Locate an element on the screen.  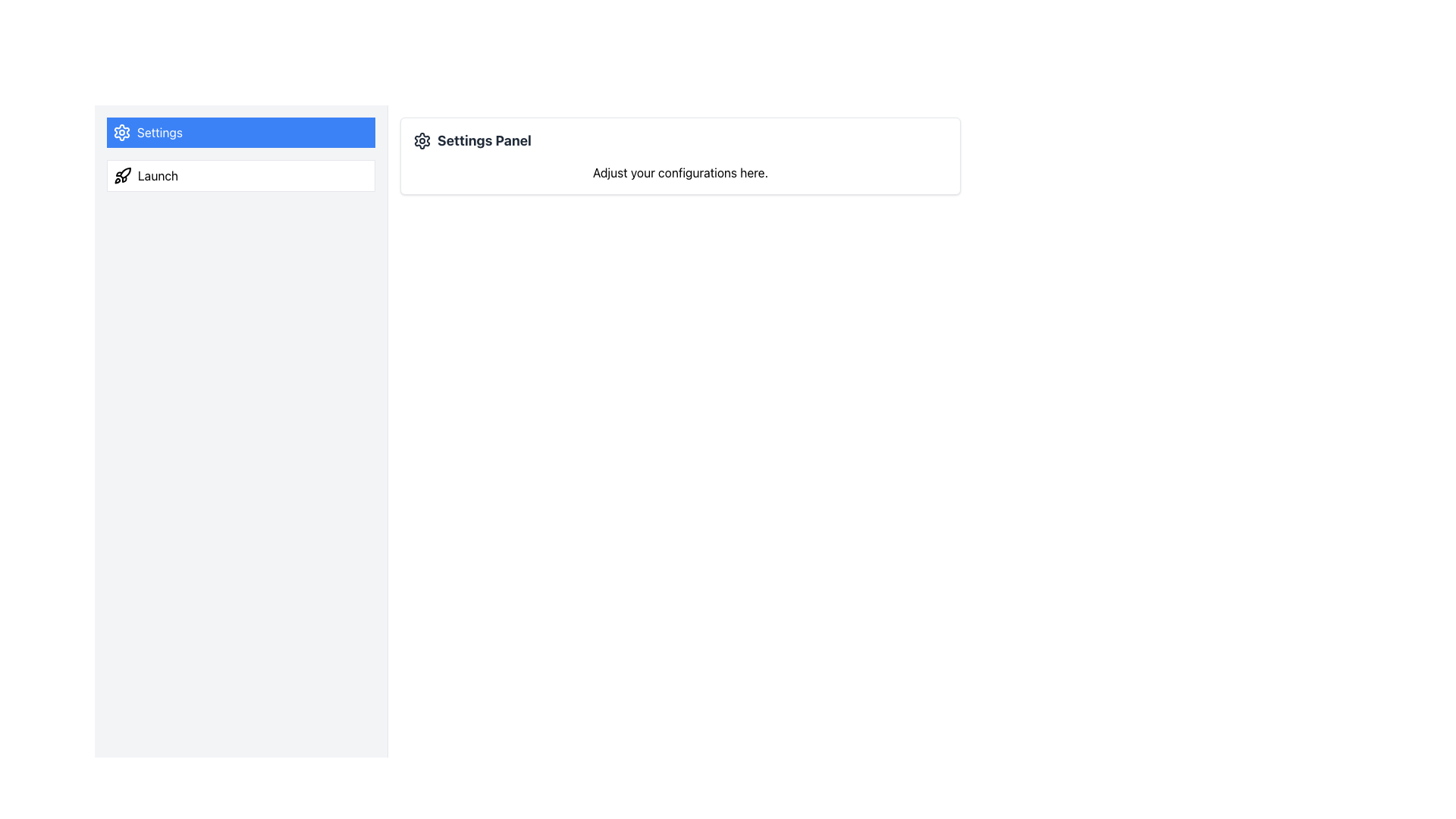
the gear icon with a blue background and white foreground, which is part of the highlighted 'Settings' button in the sidebar menu is located at coordinates (122, 131).